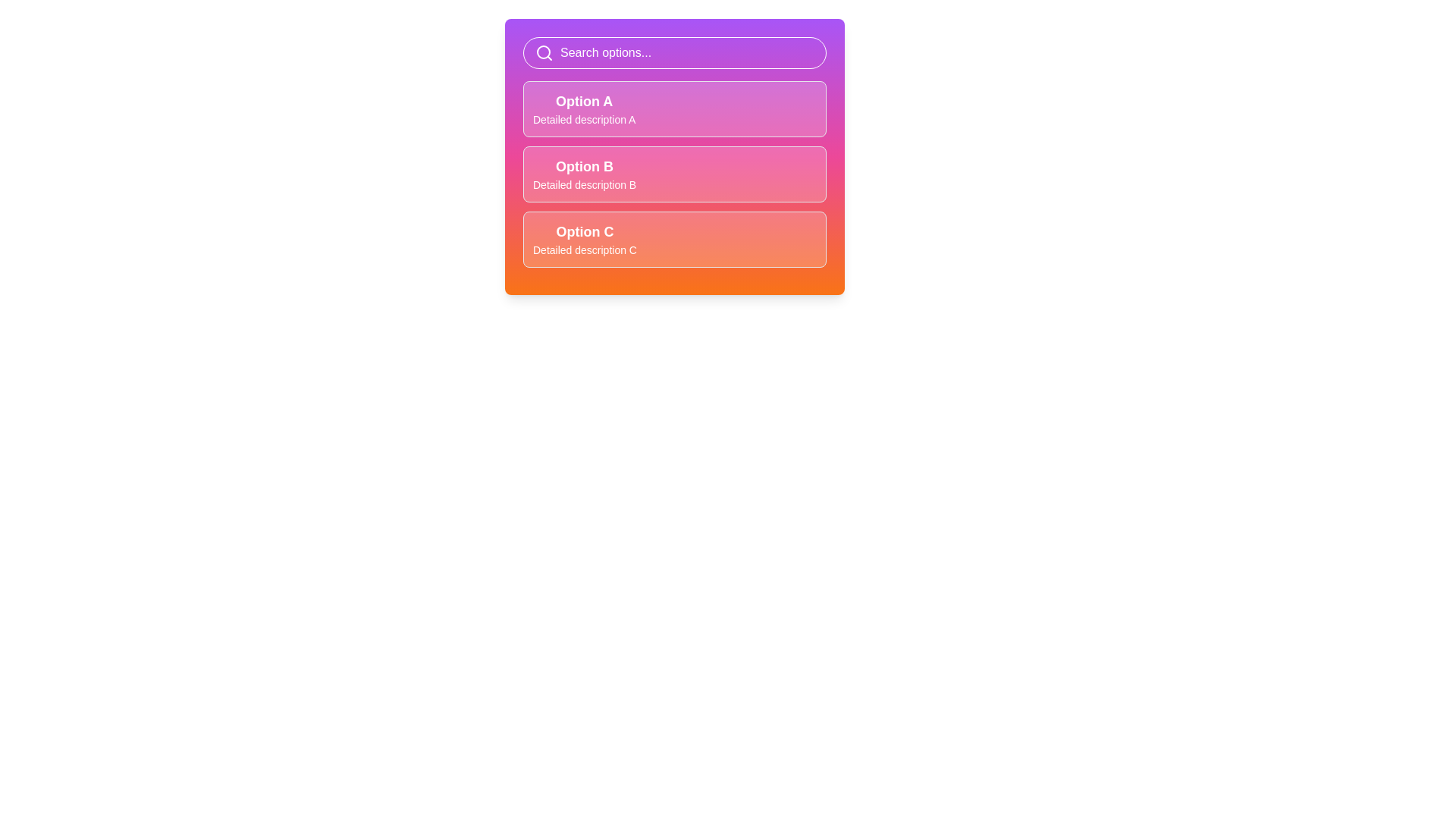 This screenshot has height=819, width=1456. Describe the element at coordinates (673, 174) in the screenshot. I see `the second option in a vertically stacked list of three options` at that location.